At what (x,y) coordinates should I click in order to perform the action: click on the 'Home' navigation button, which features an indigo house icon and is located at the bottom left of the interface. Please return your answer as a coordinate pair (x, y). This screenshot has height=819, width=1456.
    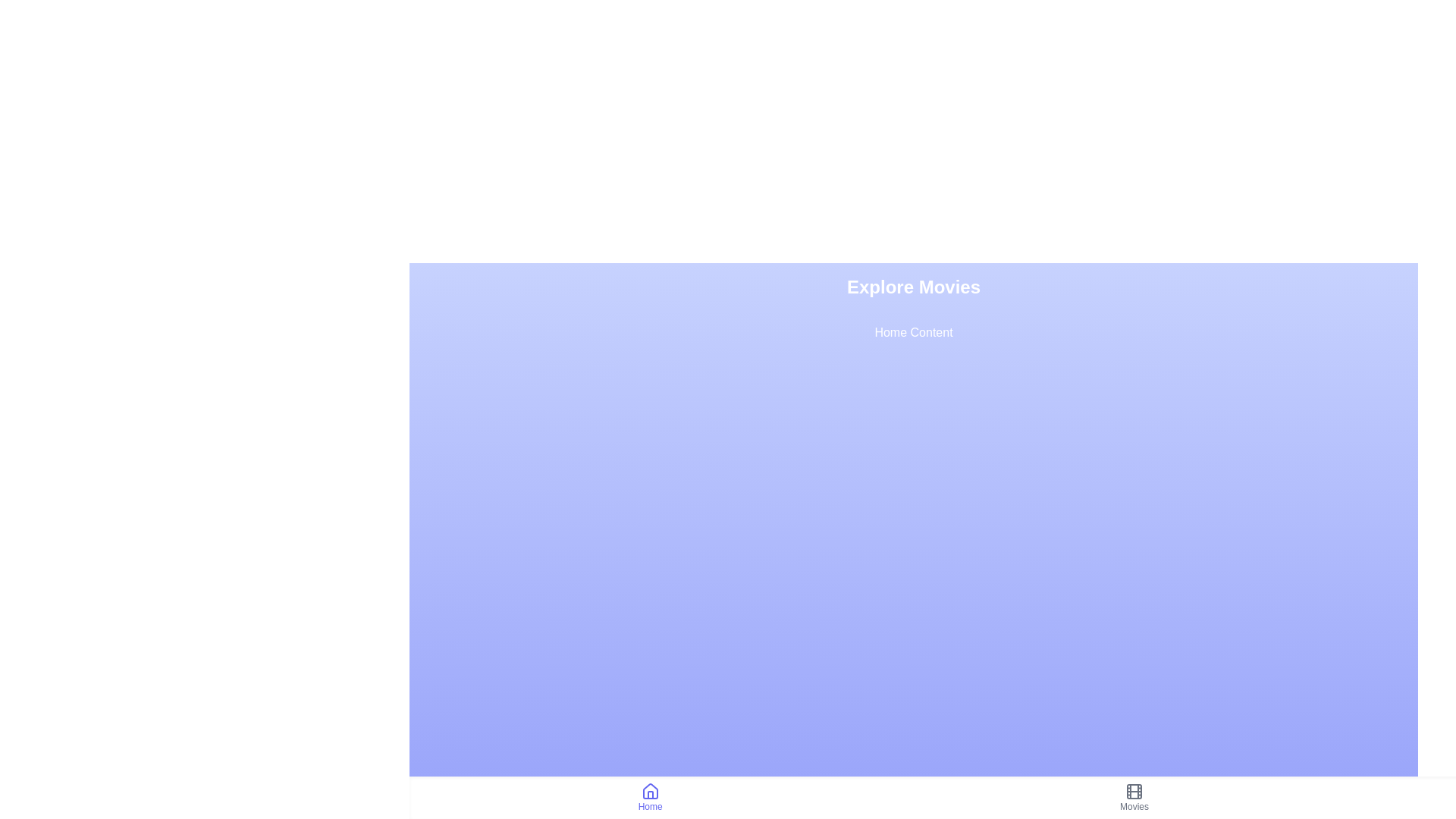
    Looking at the image, I should click on (650, 797).